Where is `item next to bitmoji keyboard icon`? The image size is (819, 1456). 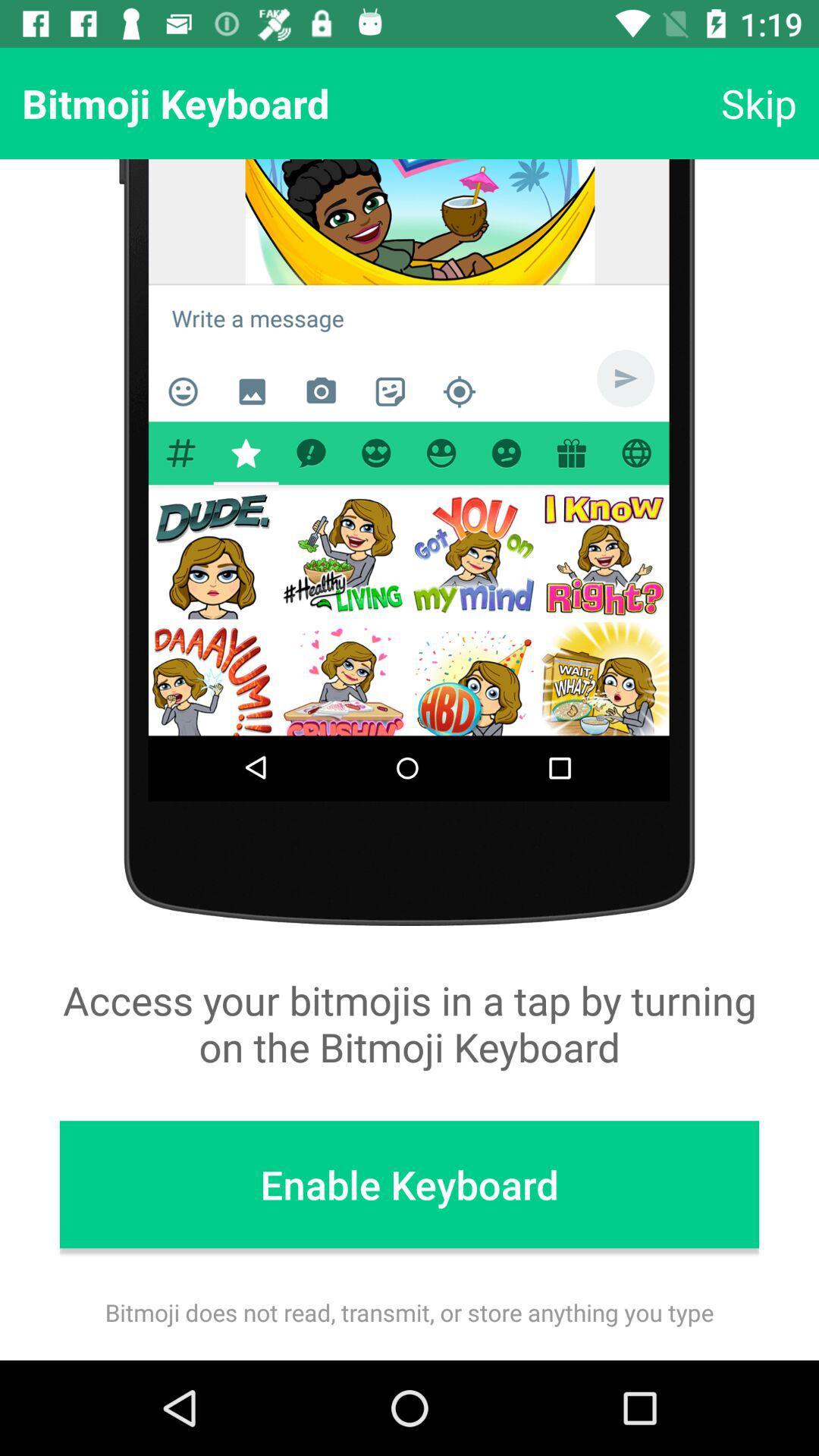 item next to bitmoji keyboard icon is located at coordinates (758, 102).